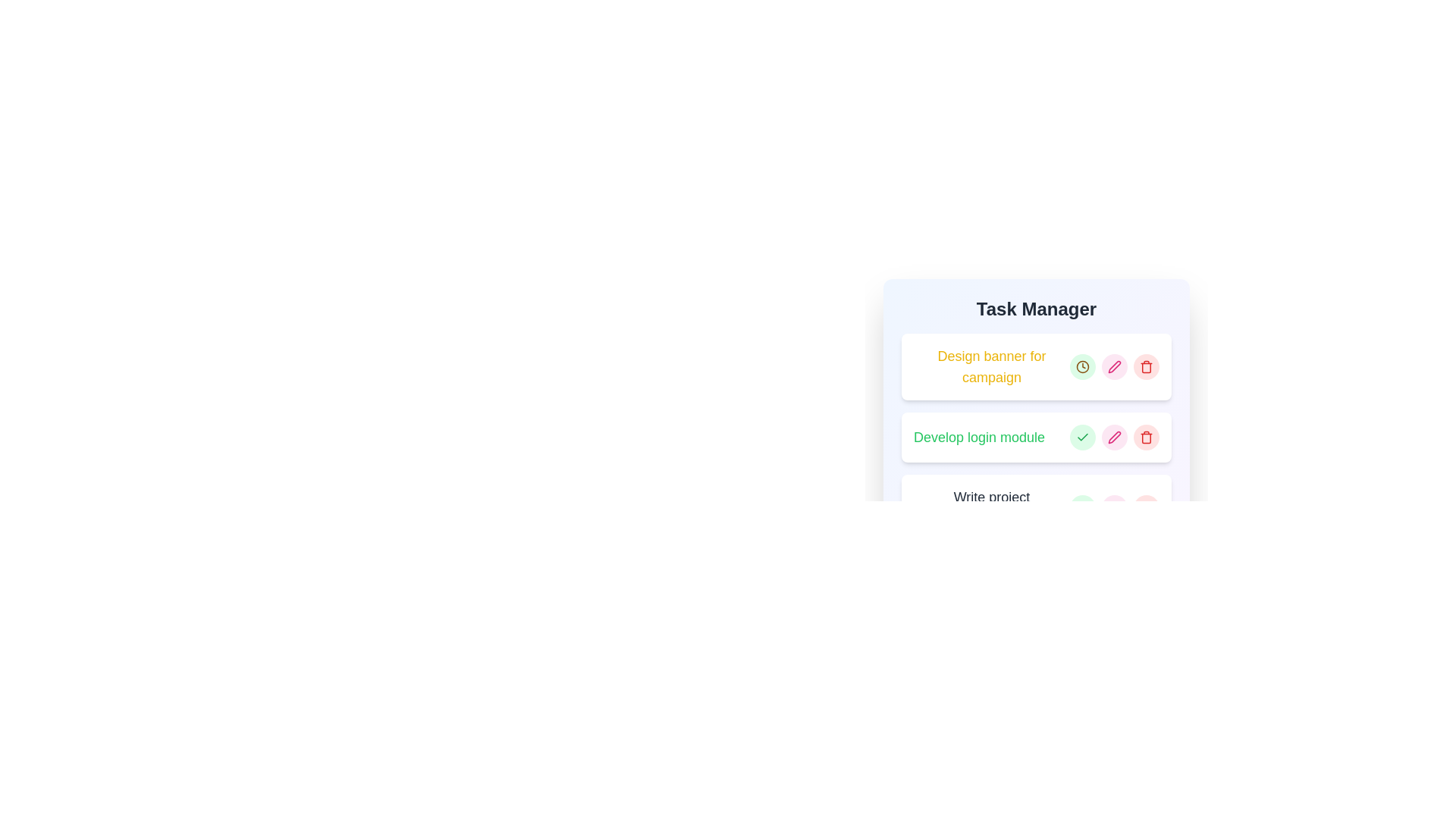  Describe the element at coordinates (1114, 366) in the screenshot. I see `the circular icon button with a pen icon and pink background` at that location.